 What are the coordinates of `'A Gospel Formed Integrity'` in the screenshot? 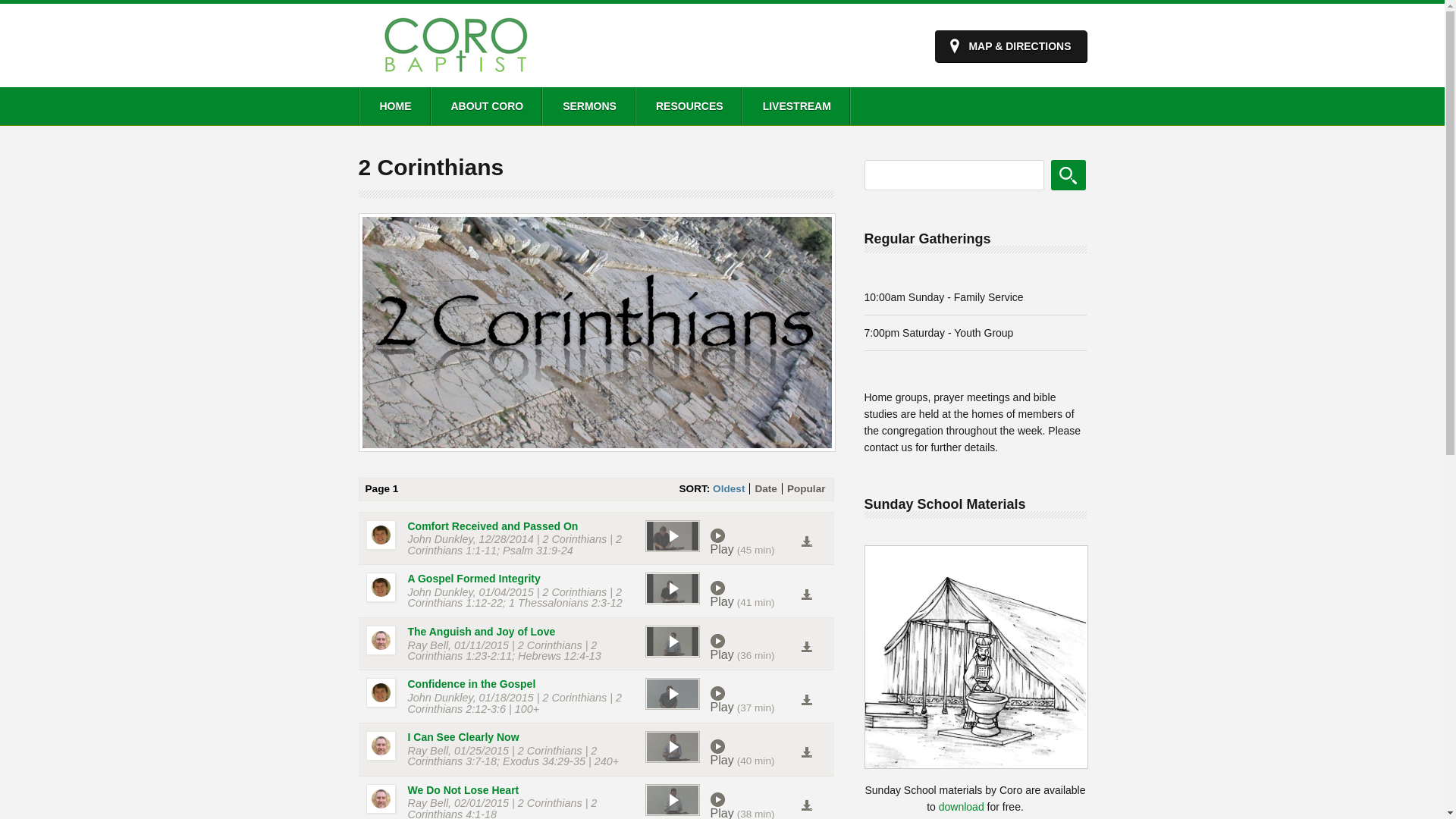 It's located at (473, 579).